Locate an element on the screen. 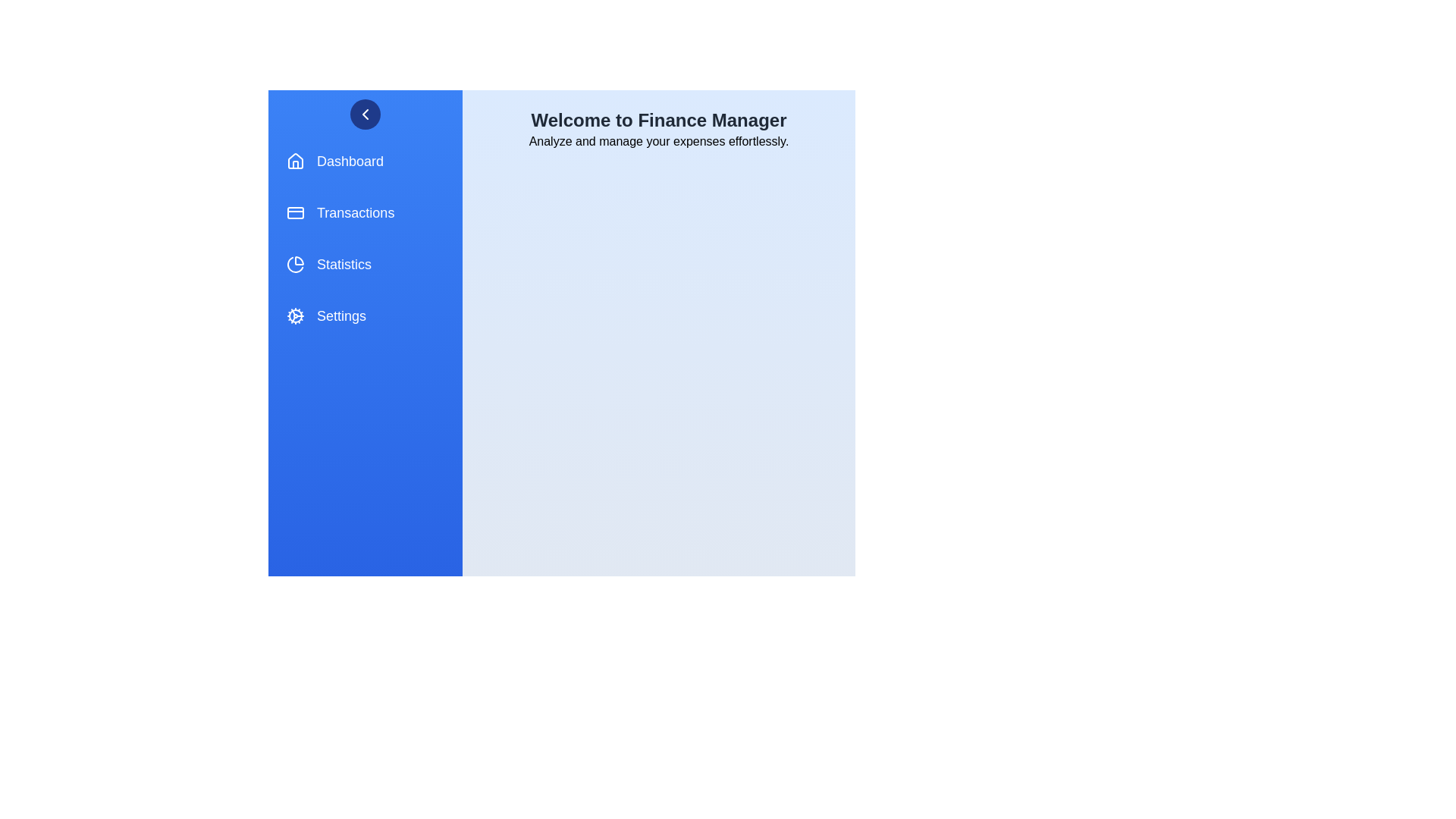 The width and height of the screenshot is (1456, 819). the menu item Settings from the FinanceDrawer component is located at coordinates (365, 315).